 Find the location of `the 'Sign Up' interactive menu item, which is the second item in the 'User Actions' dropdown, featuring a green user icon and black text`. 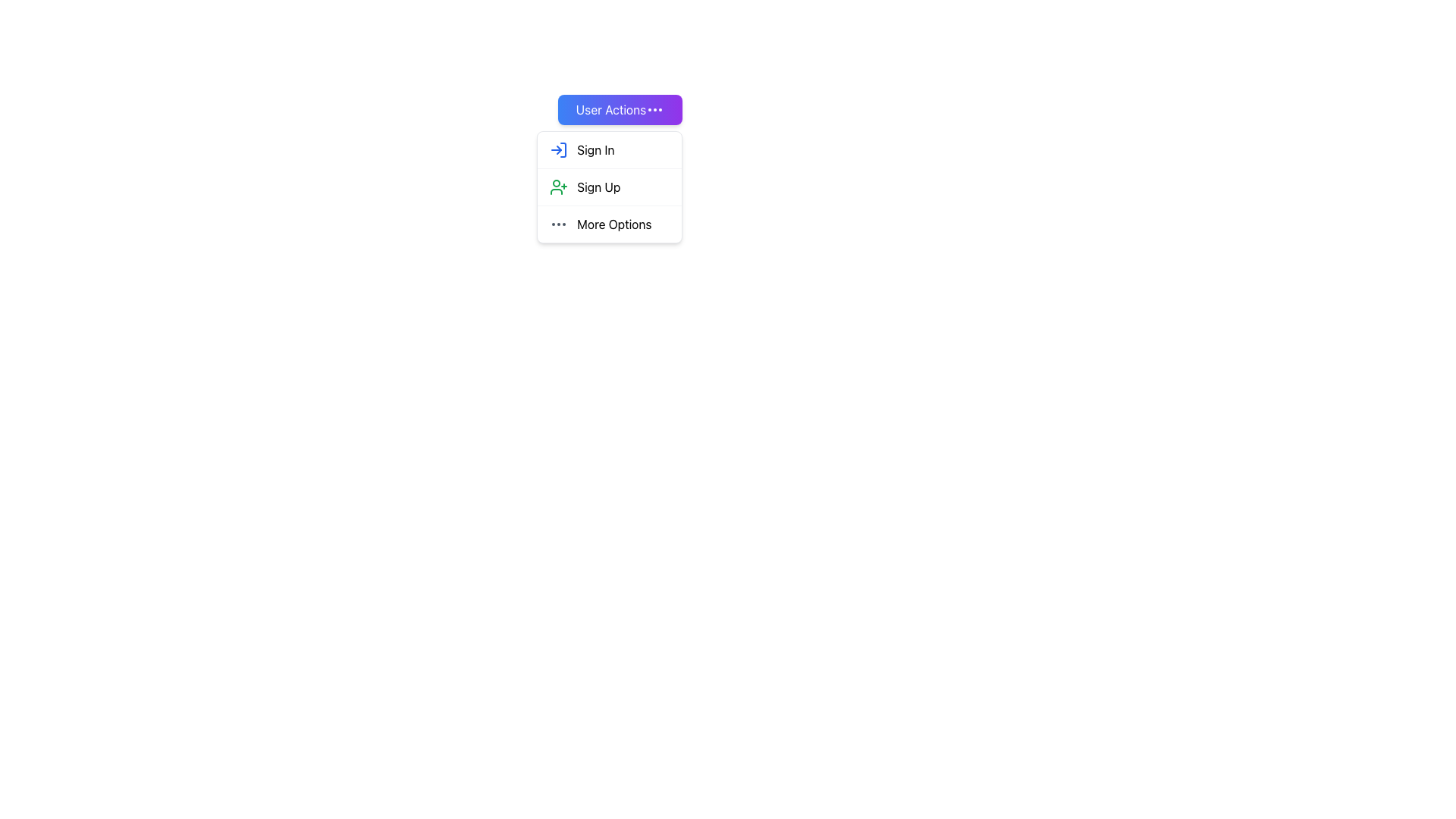

the 'Sign Up' interactive menu item, which is the second item in the 'User Actions' dropdown, featuring a green user icon and black text is located at coordinates (610, 186).